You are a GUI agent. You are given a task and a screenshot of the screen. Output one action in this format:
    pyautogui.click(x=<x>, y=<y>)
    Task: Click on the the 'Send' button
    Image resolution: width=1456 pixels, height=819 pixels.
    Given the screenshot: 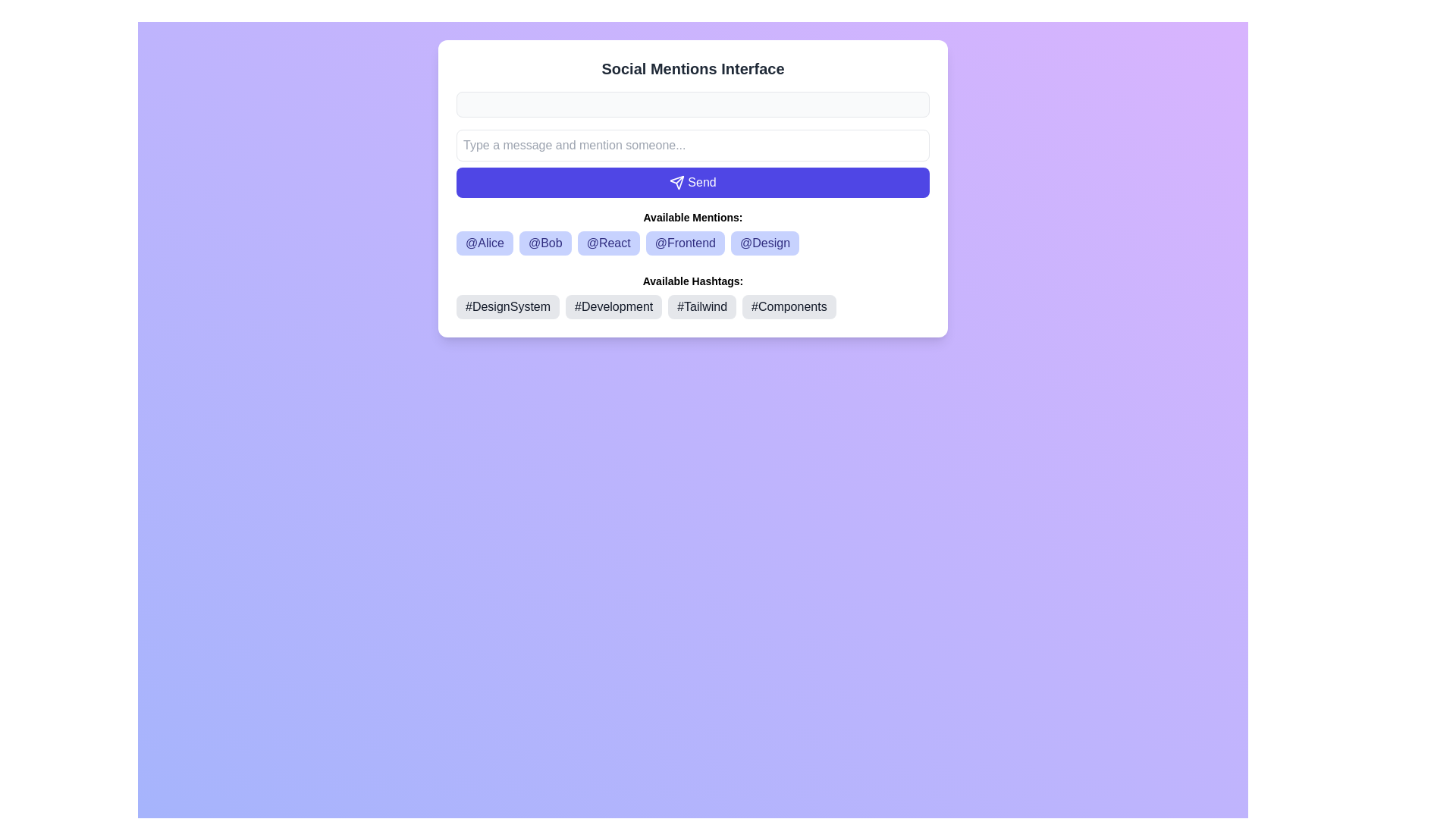 What is the action you would take?
    pyautogui.click(x=692, y=188)
    